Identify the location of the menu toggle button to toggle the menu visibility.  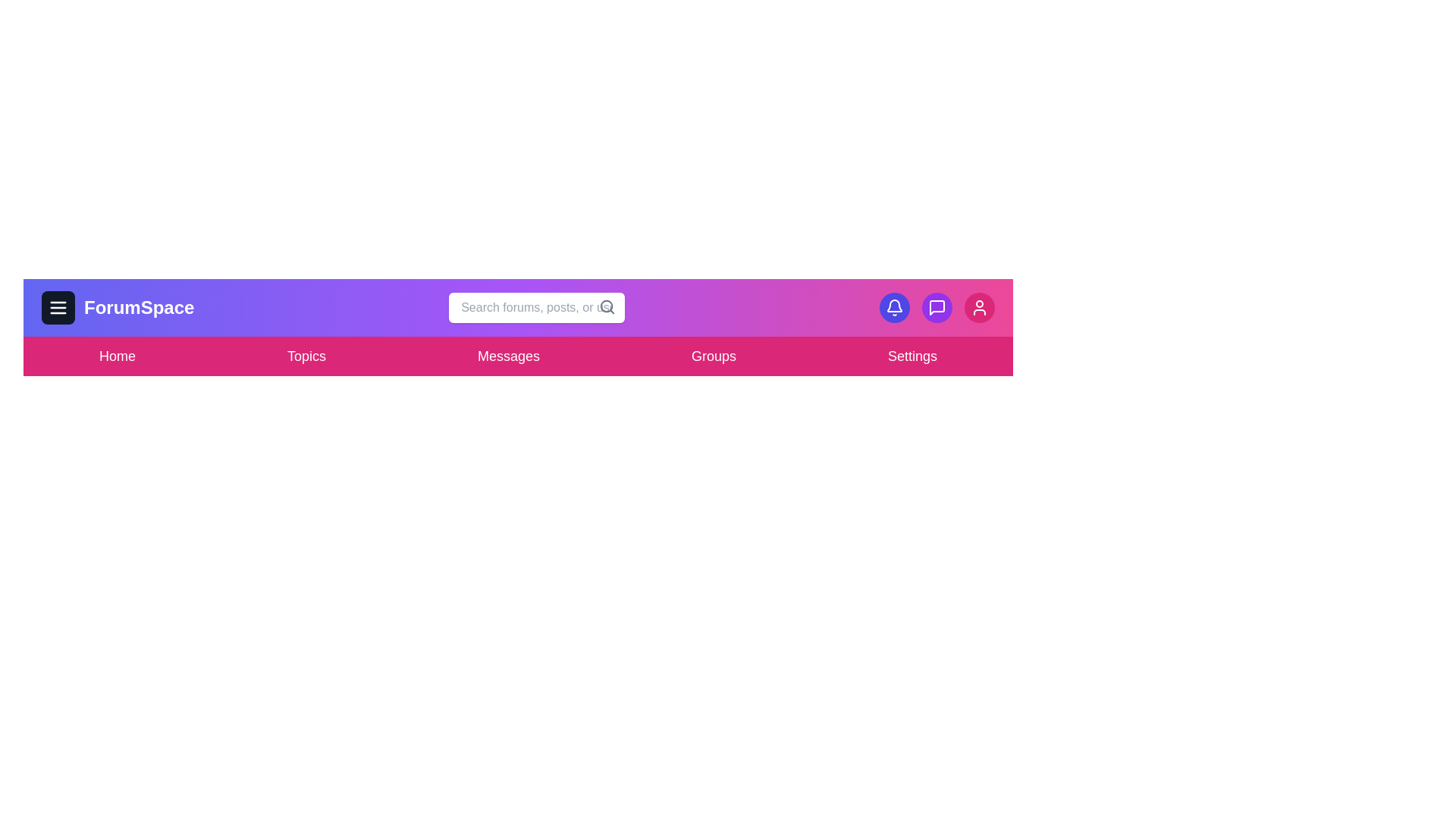
(58, 307).